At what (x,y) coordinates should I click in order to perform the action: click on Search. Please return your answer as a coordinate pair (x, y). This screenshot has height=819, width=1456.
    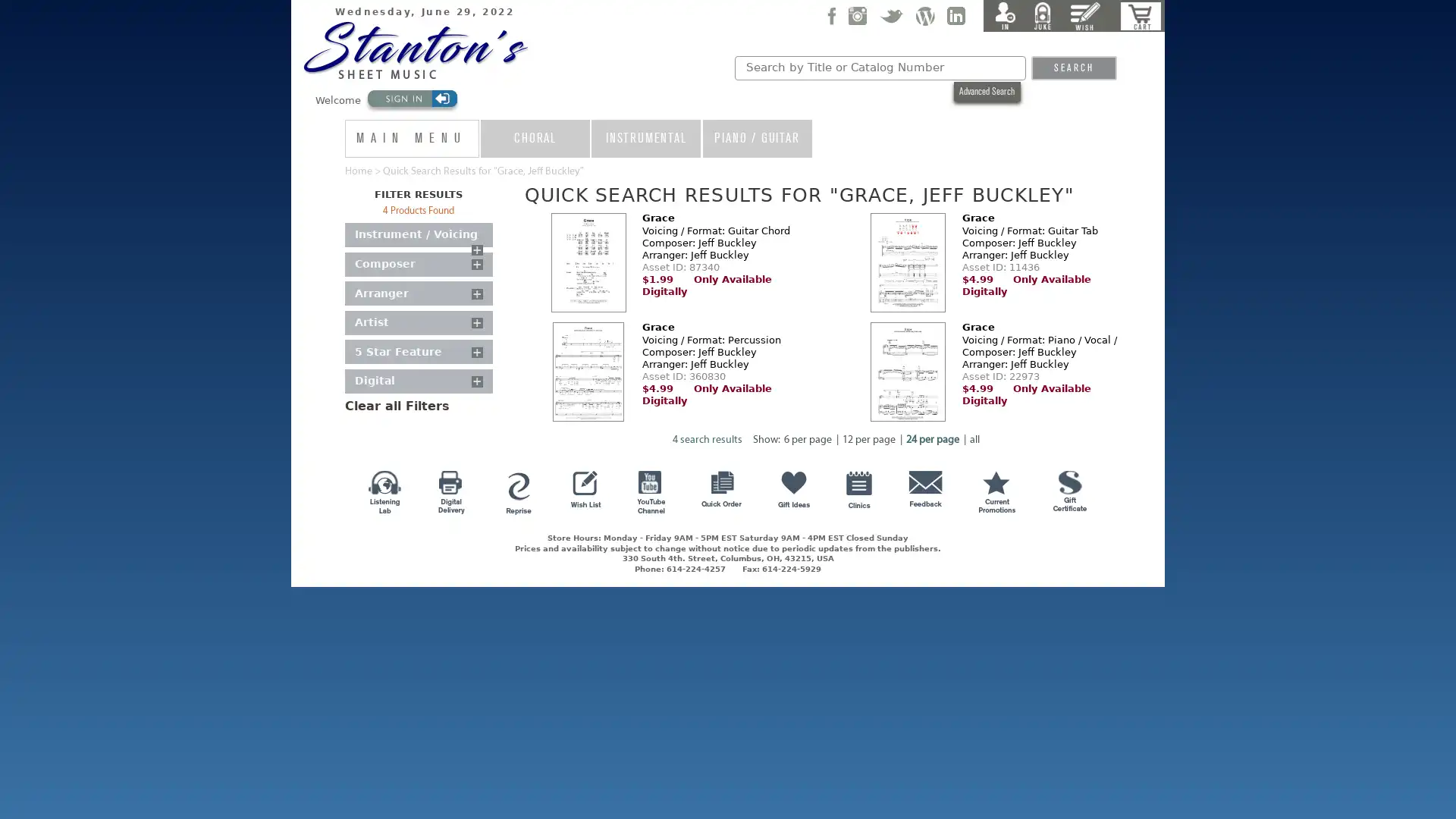
    Looking at the image, I should click on (1072, 67).